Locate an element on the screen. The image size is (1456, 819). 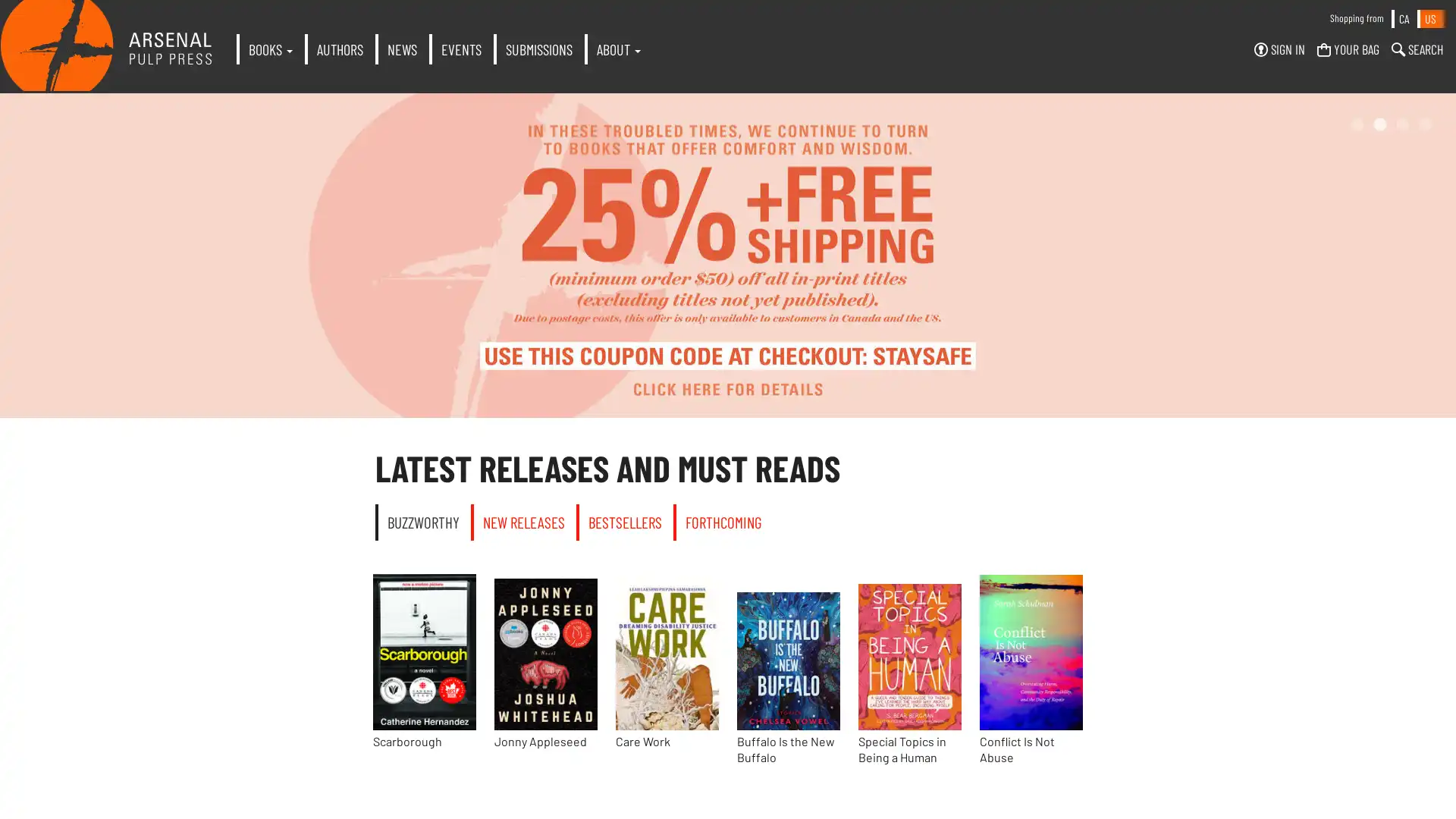
4 is located at coordinates (1425, 124).